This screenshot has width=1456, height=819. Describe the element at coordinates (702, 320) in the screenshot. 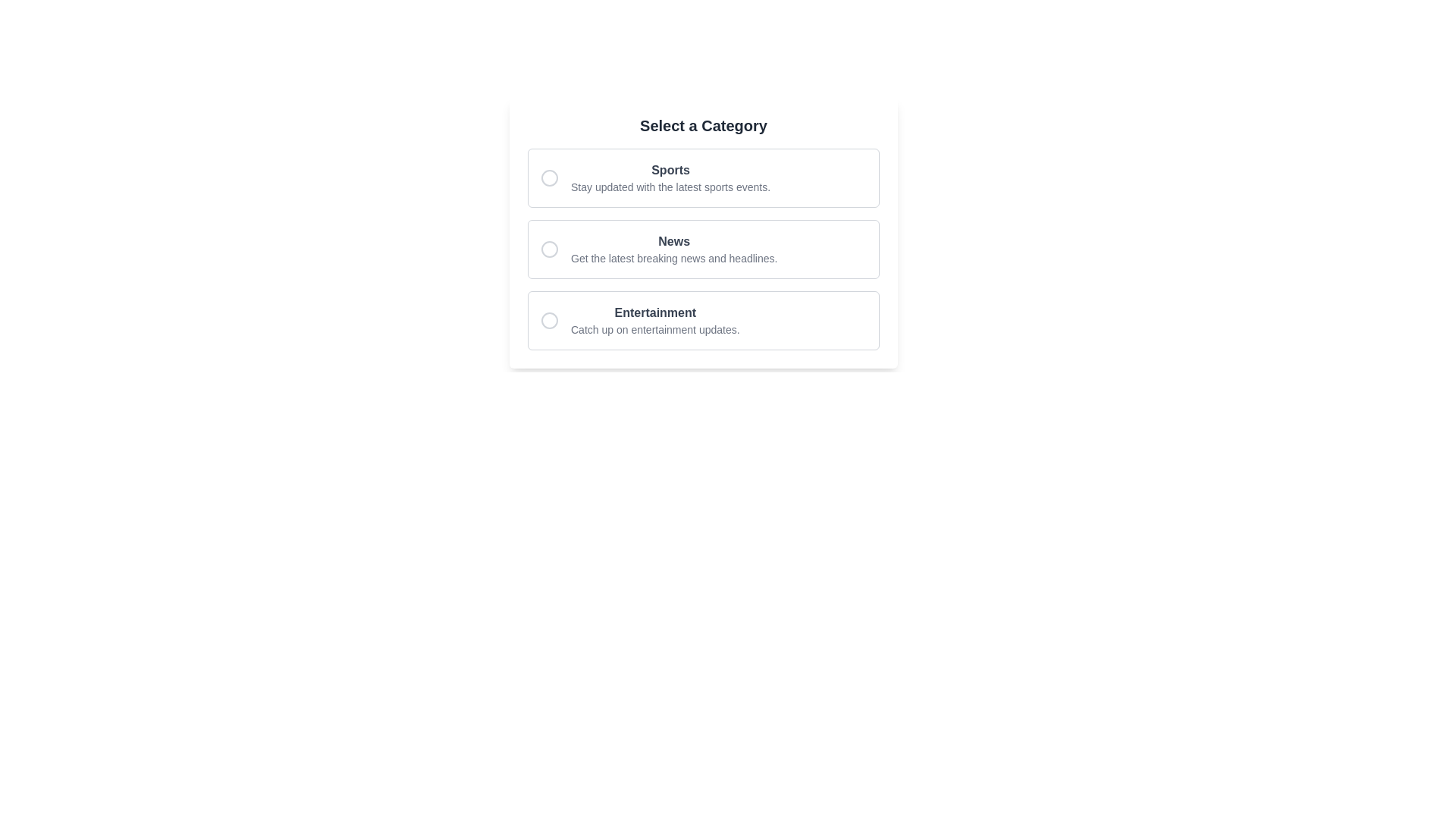

I see `the 'Entertainment' category selectable item in the list` at that location.